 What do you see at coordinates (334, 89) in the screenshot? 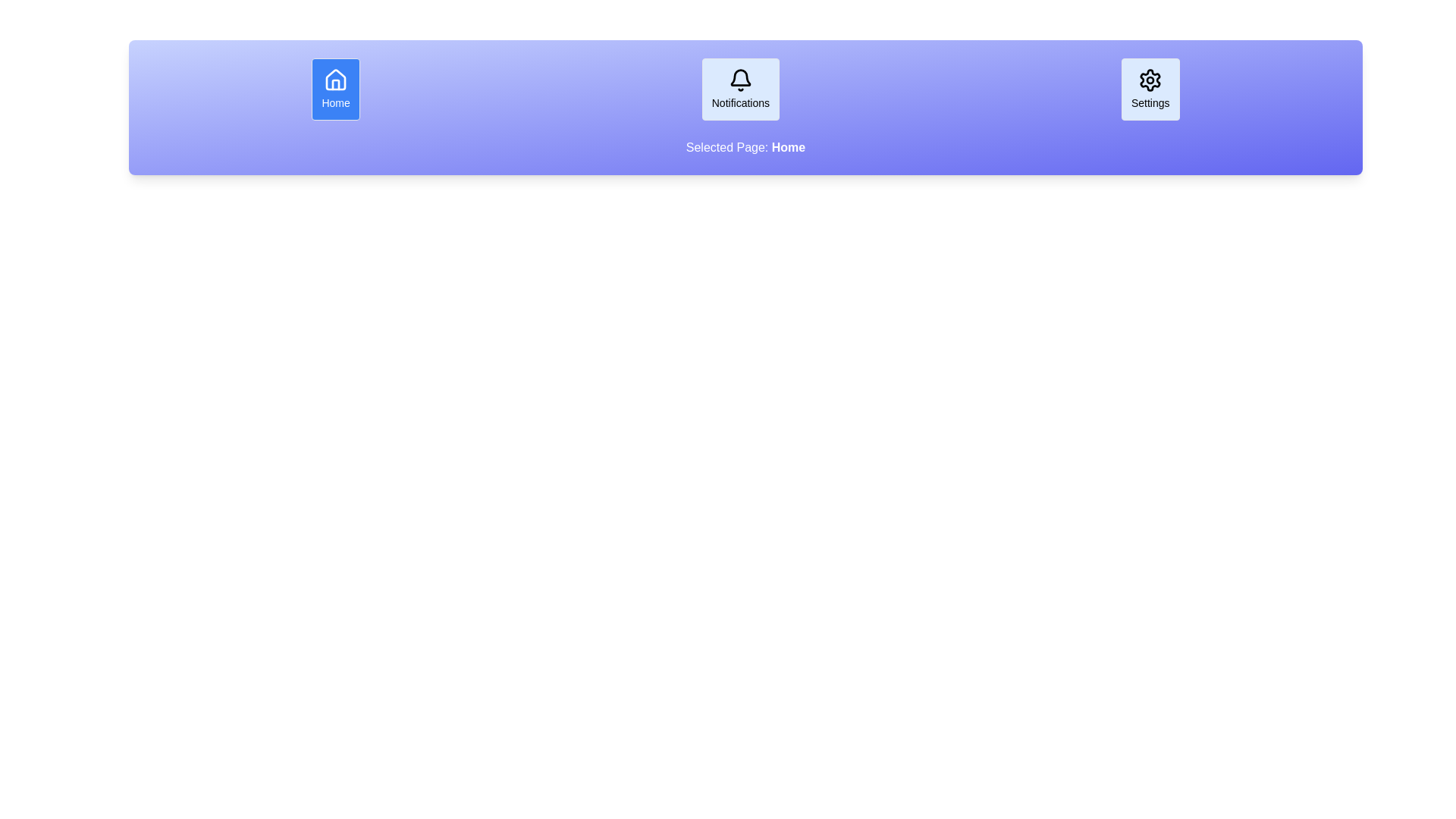
I see `the Home button to observe its hover effect` at bounding box center [334, 89].